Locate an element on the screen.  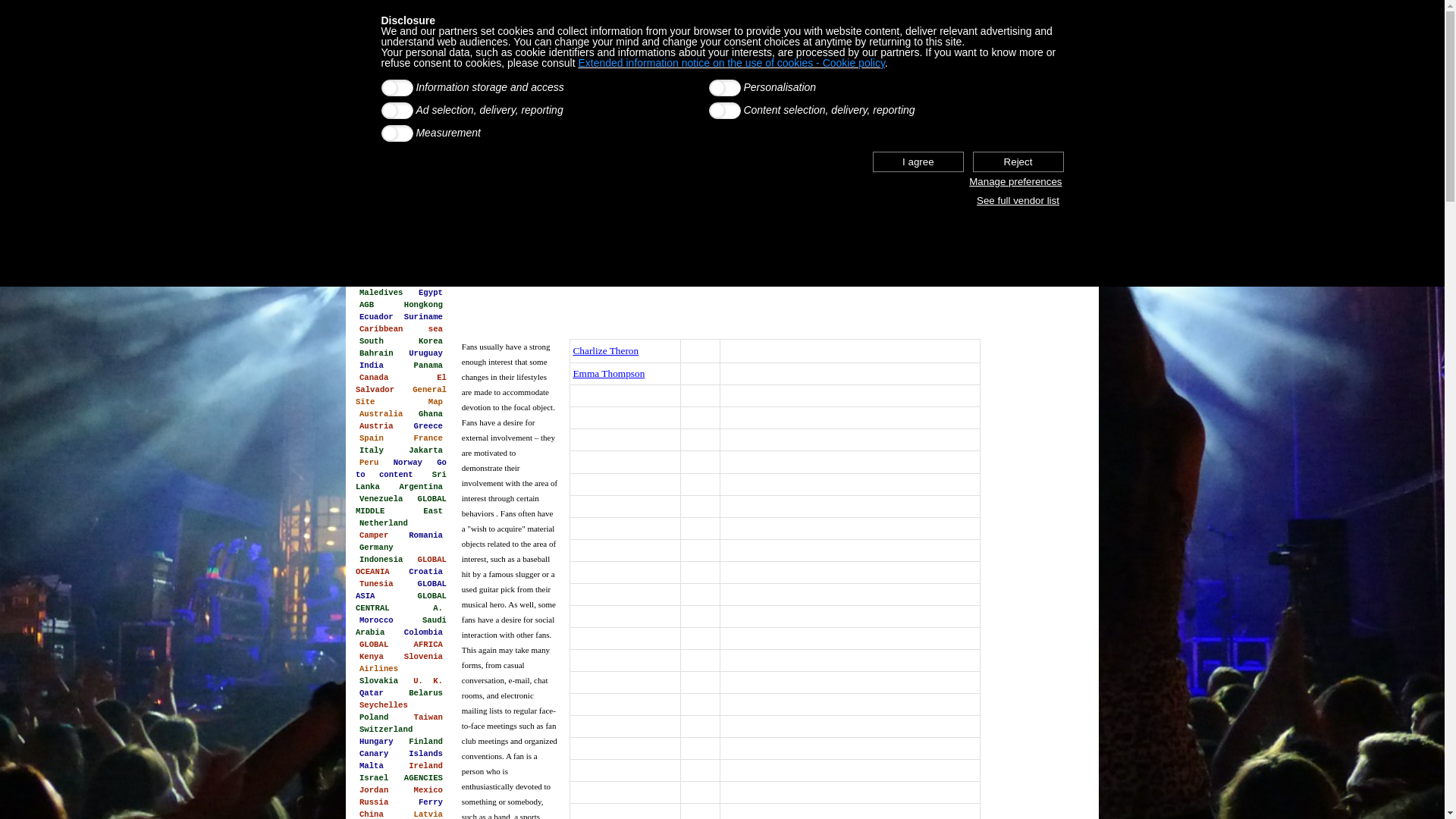
'Spain' is located at coordinates (371, 438).